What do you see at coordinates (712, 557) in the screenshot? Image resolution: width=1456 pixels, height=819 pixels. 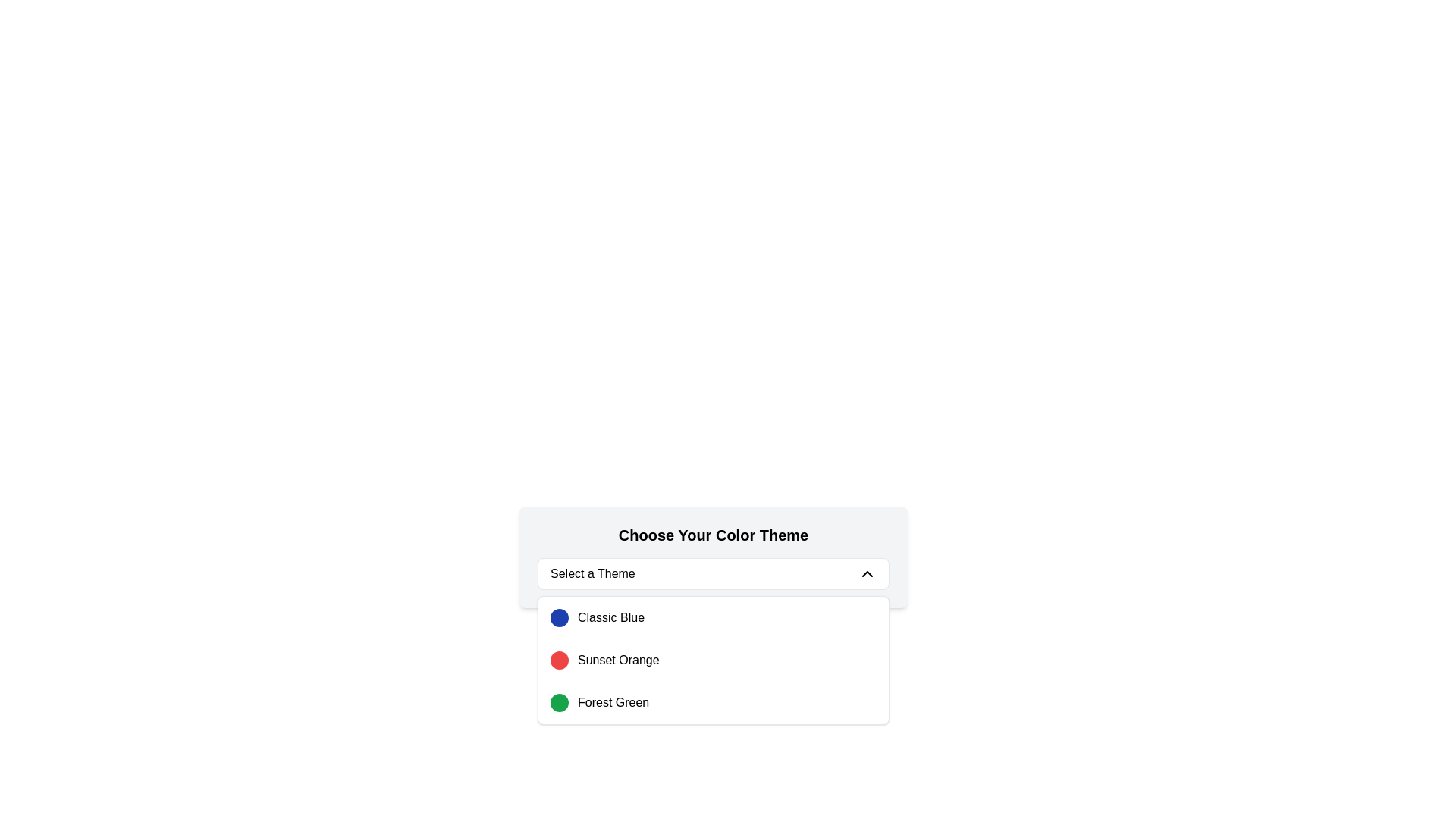 I see `the dropdown menu labeled 'Select a Theme'` at bounding box center [712, 557].